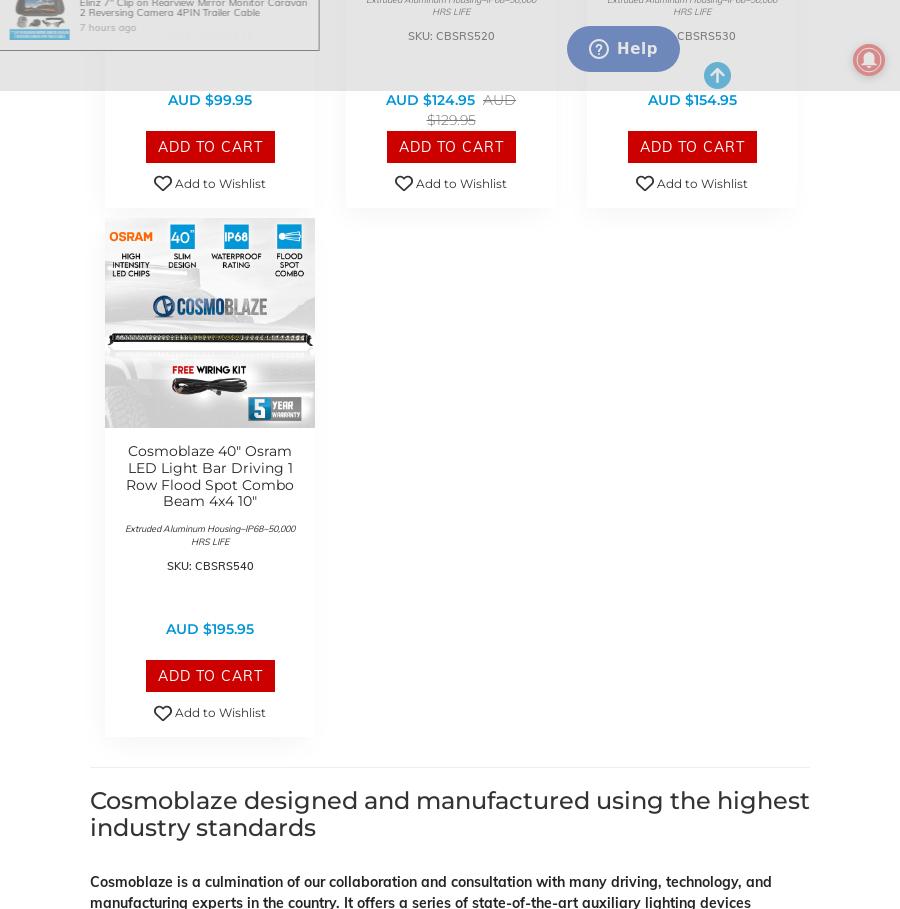 This screenshot has height=909, width=900. Describe the element at coordinates (209, 534) in the screenshot. I see `'Extruded Aluminum Housing~IP68~50,000 HRS LIFE'` at that location.